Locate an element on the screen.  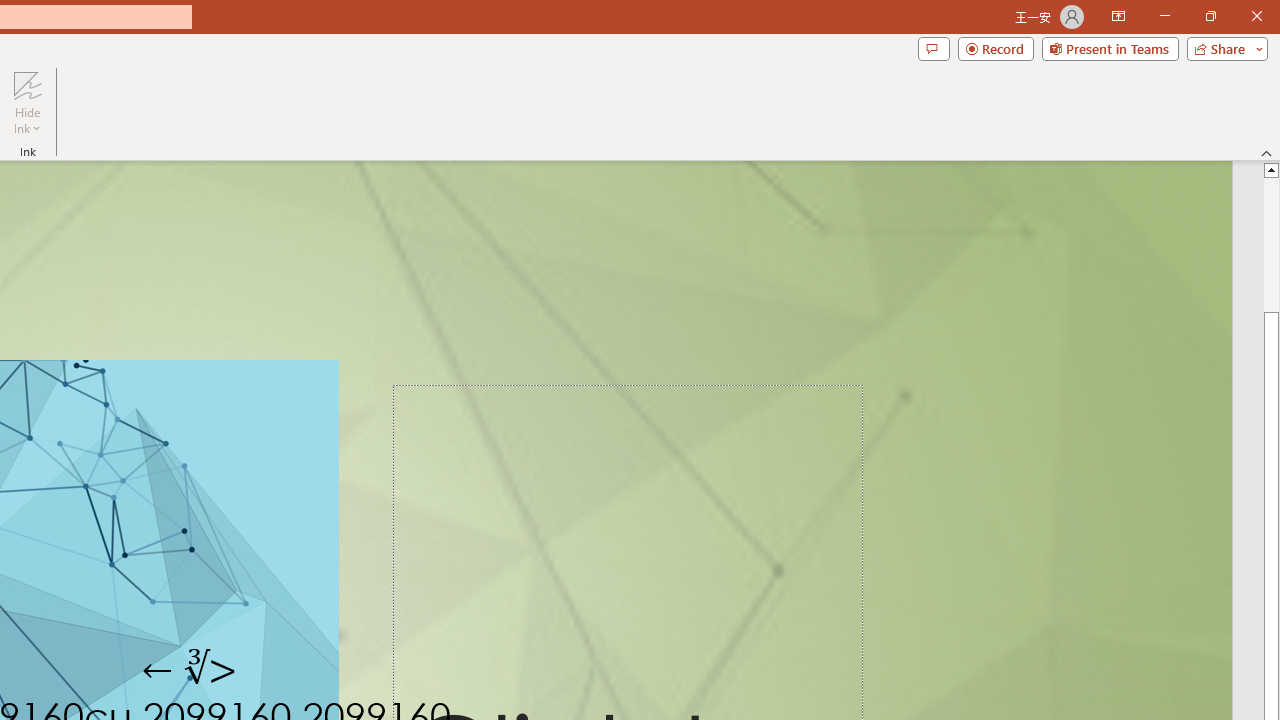
'Hide Ink' is located at coordinates (27, 103).